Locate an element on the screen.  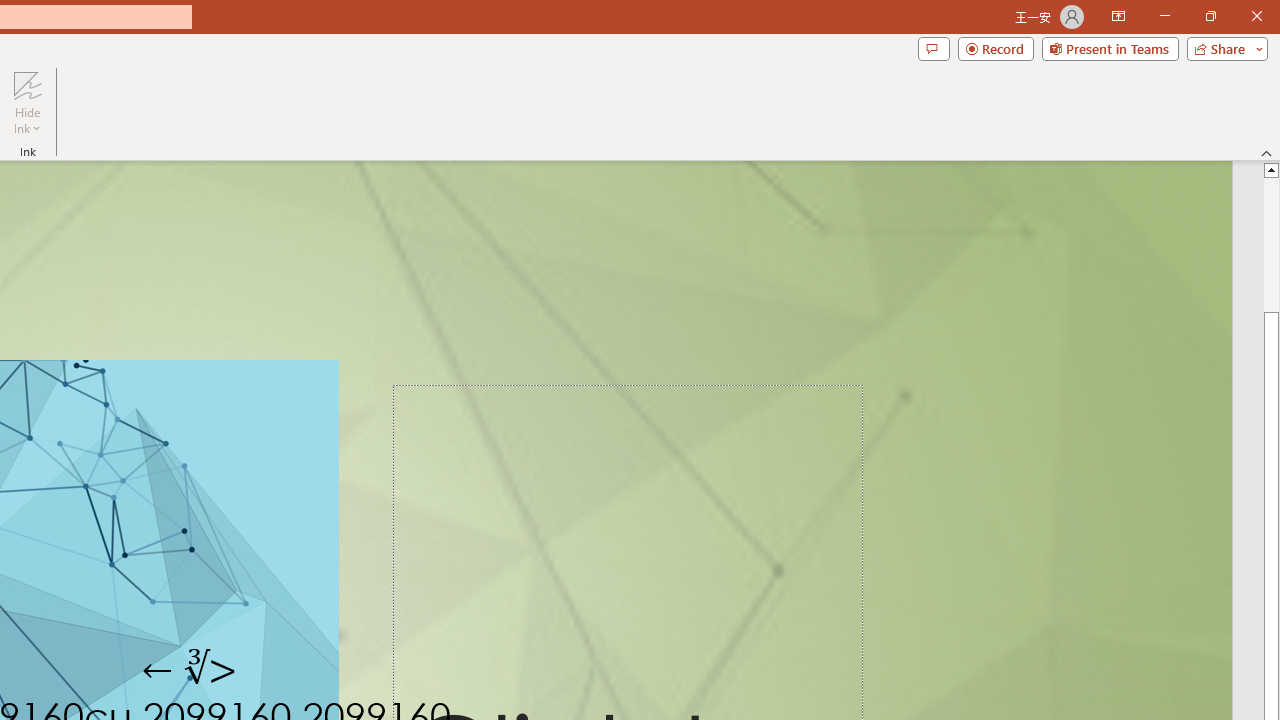
'Hide Ink' is located at coordinates (27, 103).